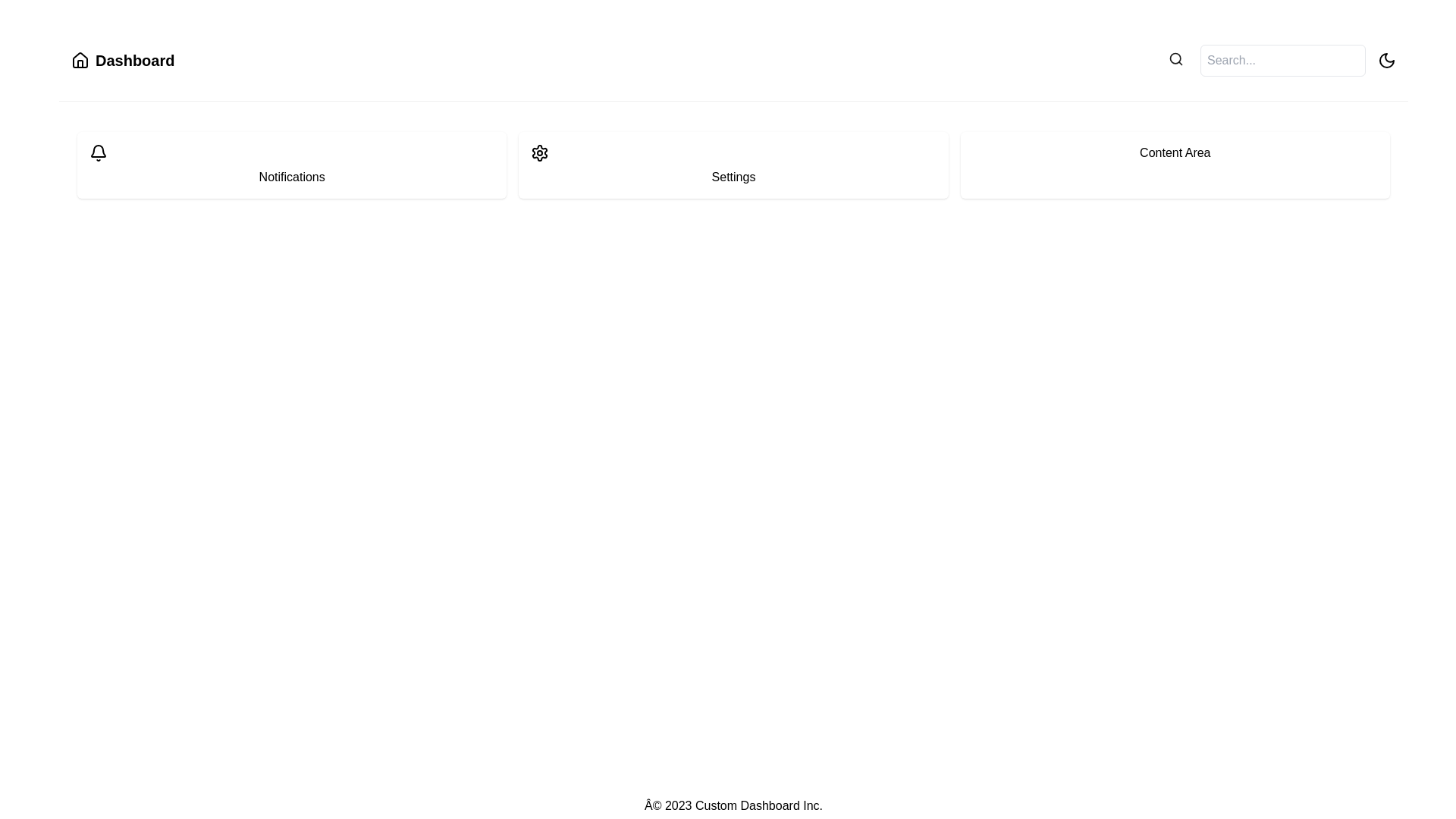 The width and height of the screenshot is (1456, 819). What do you see at coordinates (79, 60) in the screenshot?
I see `the navigational icon located in the top-left corner of the page, positioned to the left of the word 'Dashboard'` at bounding box center [79, 60].